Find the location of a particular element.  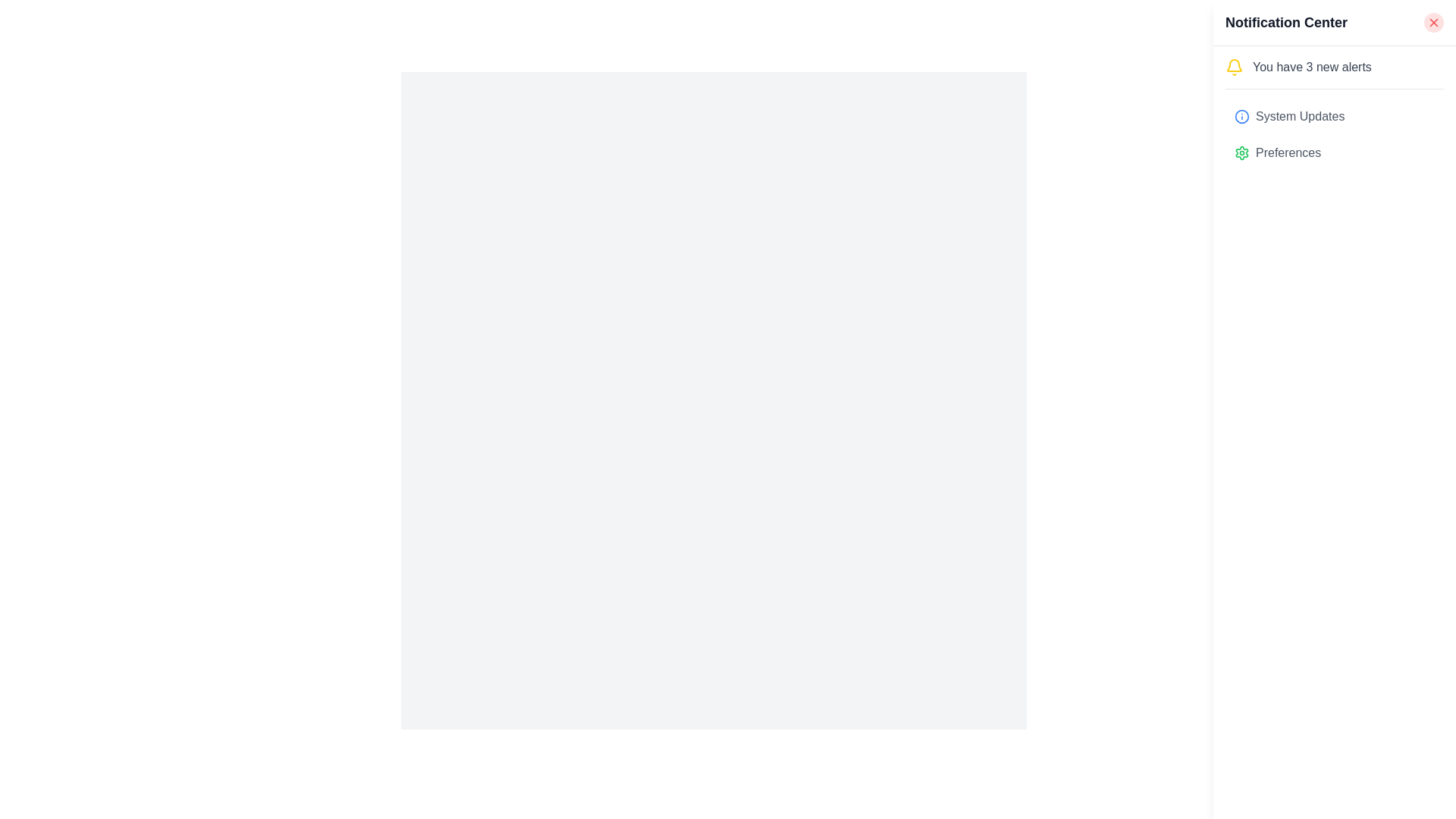

the close button located at the far right of the header section of the 'Notification Center' panel is located at coordinates (1433, 23).